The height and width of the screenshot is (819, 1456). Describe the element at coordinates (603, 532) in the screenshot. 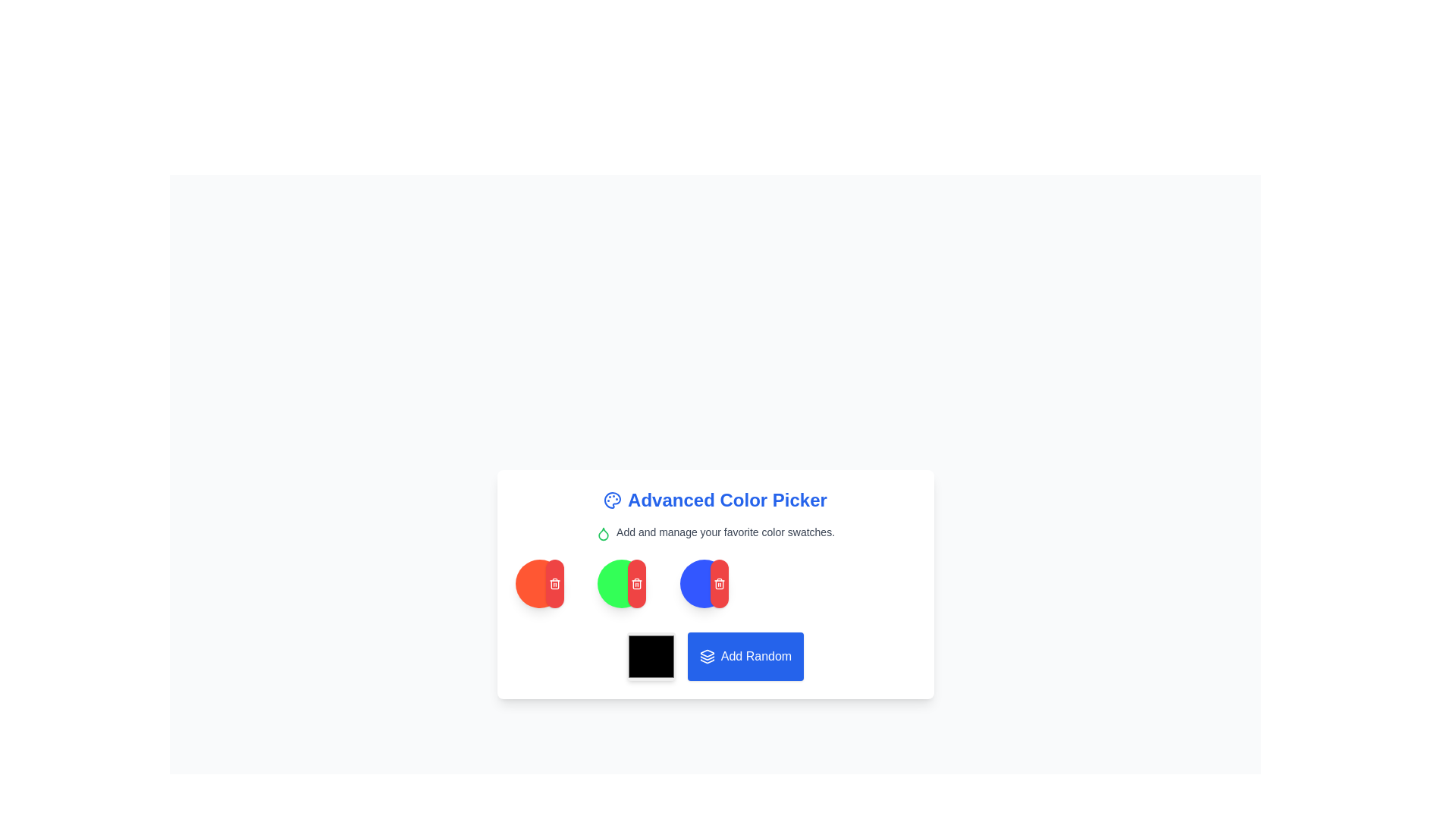

I see `the green droplet-shaped icon located to the left of the text 'Add and manage your favorite color swatches.'` at that location.